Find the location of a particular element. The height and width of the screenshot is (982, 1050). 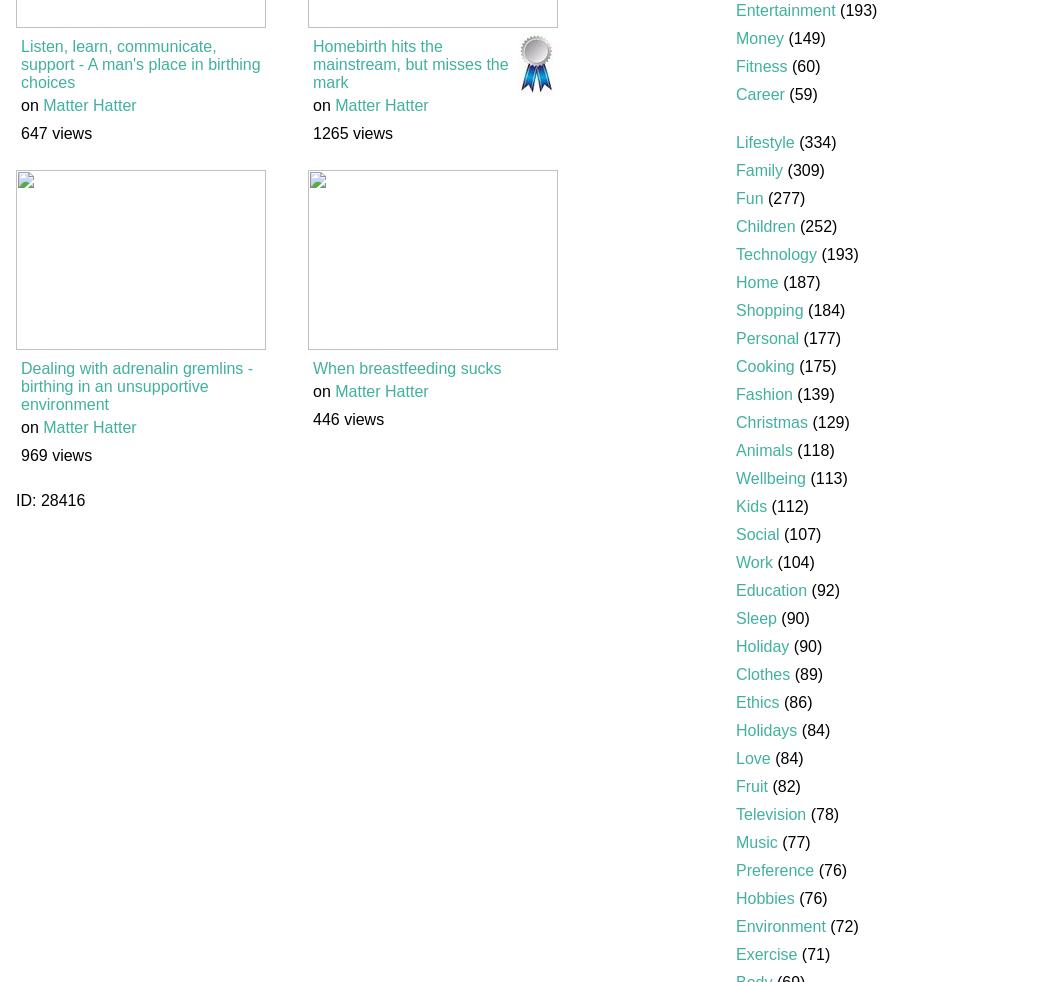

'(139)' is located at coordinates (812, 394).